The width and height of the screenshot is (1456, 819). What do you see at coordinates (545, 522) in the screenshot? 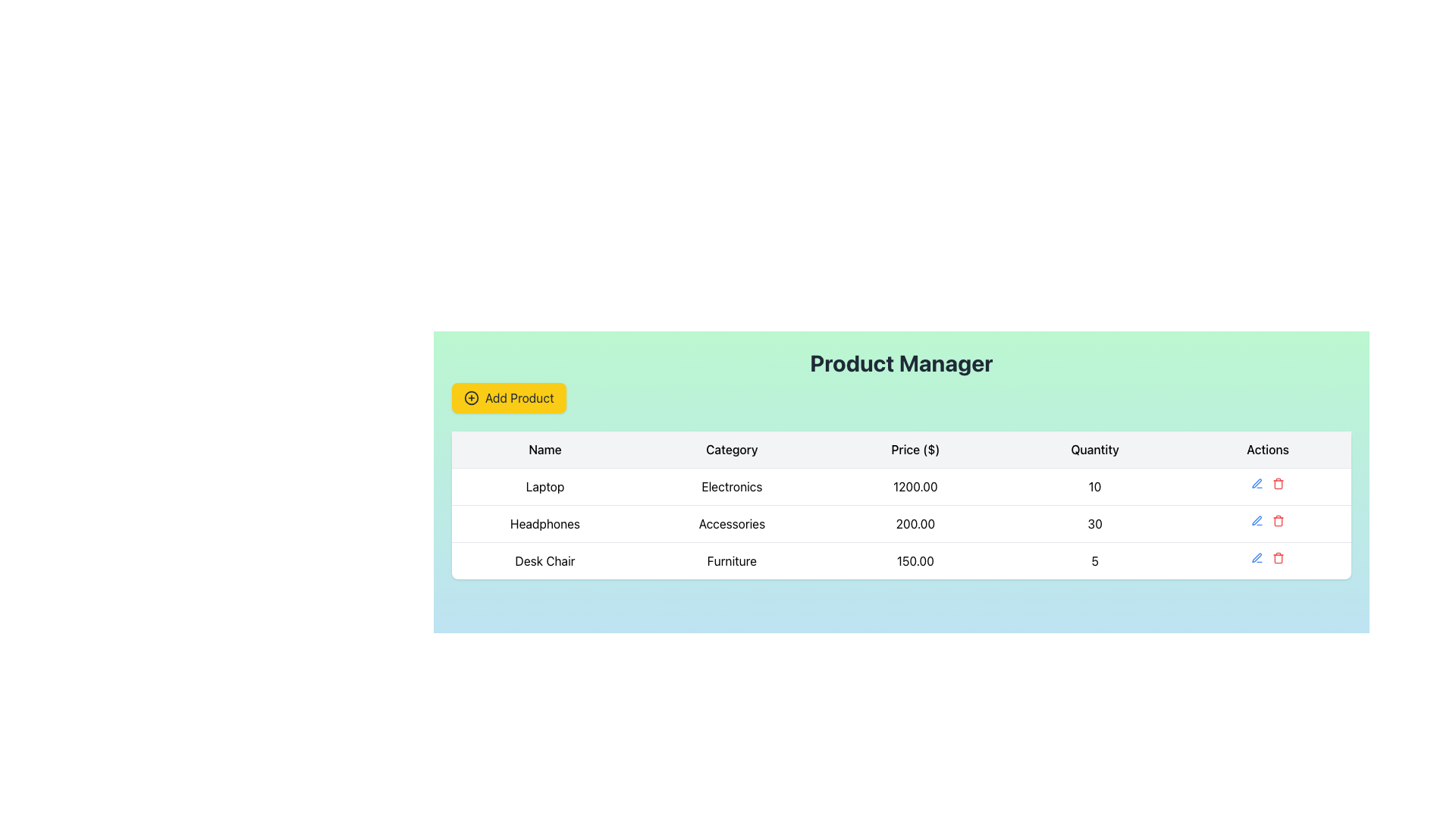
I see `the Text Label that identifies the product name 'Headphones', located in the second row of the first column under the header 'Name' in the table` at bounding box center [545, 522].